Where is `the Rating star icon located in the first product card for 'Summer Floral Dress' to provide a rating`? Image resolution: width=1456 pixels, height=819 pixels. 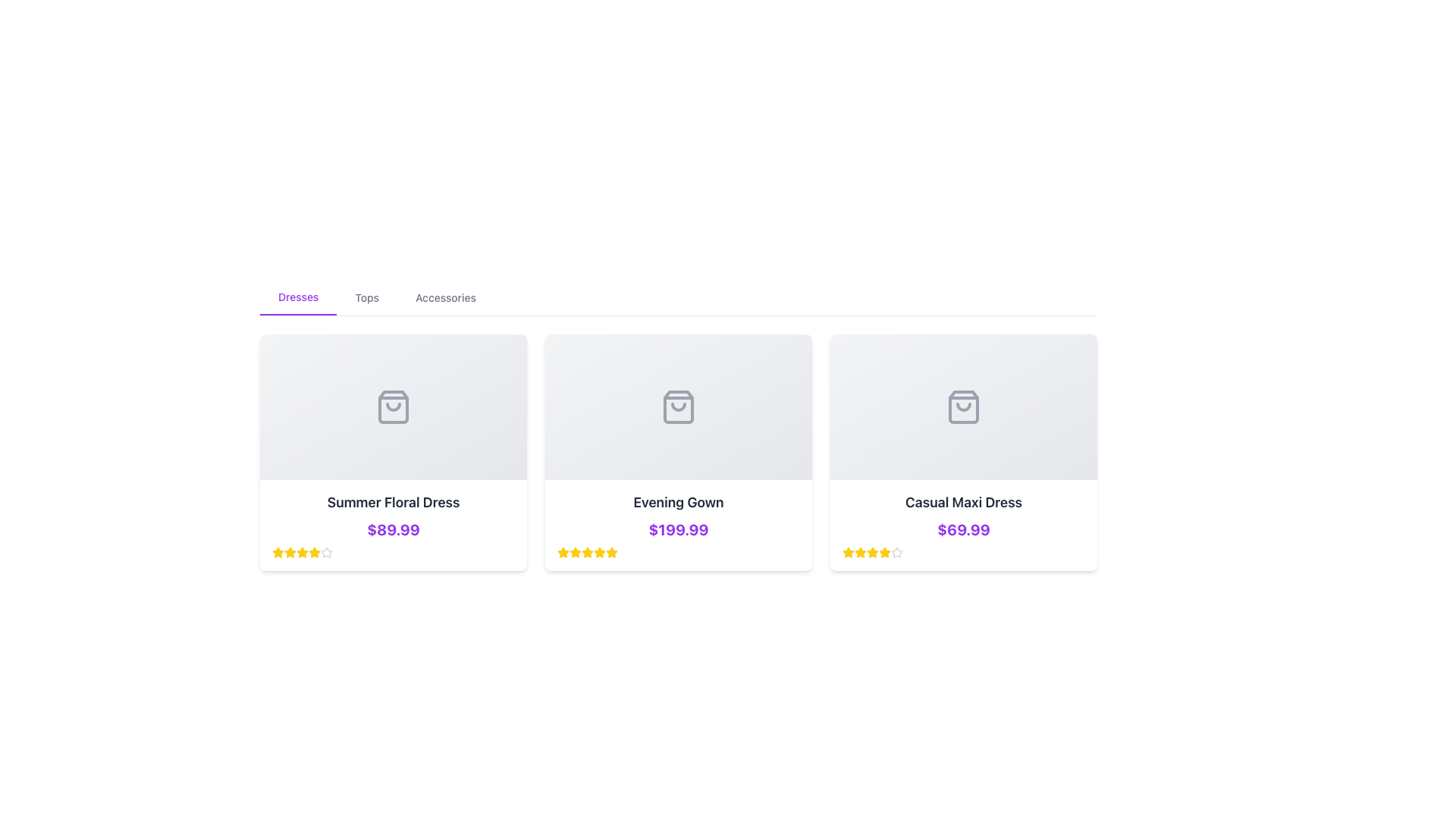
the Rating star icon located in the first product card for 'Summer Floral Dress' to provide a rating is located at coordinates (302, 552).